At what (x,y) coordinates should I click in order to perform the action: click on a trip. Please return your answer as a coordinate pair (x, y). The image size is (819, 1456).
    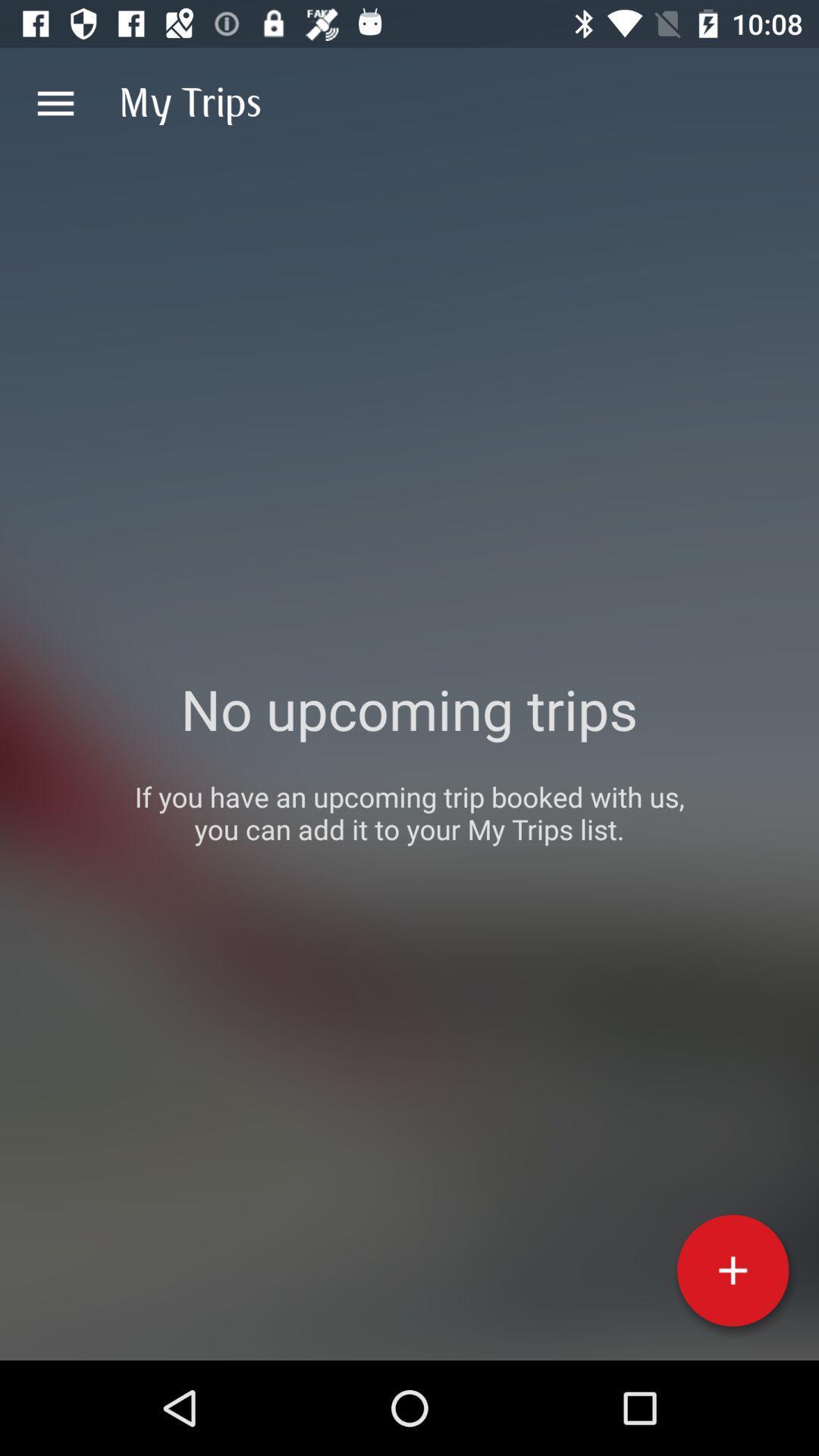
    Looking at the image, I should click on (732, 1270).